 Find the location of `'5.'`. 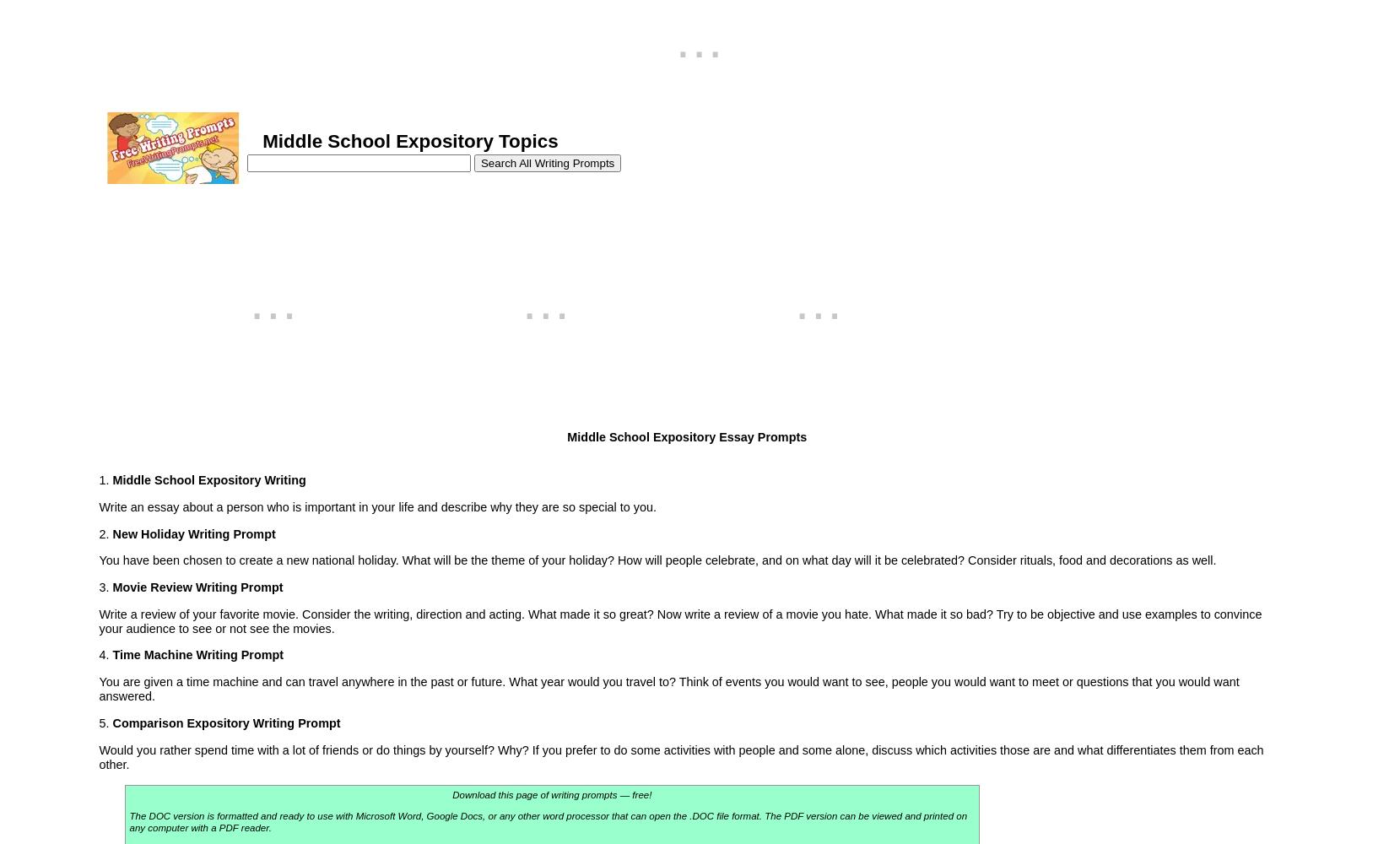

'5.' is located at coordinates (105, 722).